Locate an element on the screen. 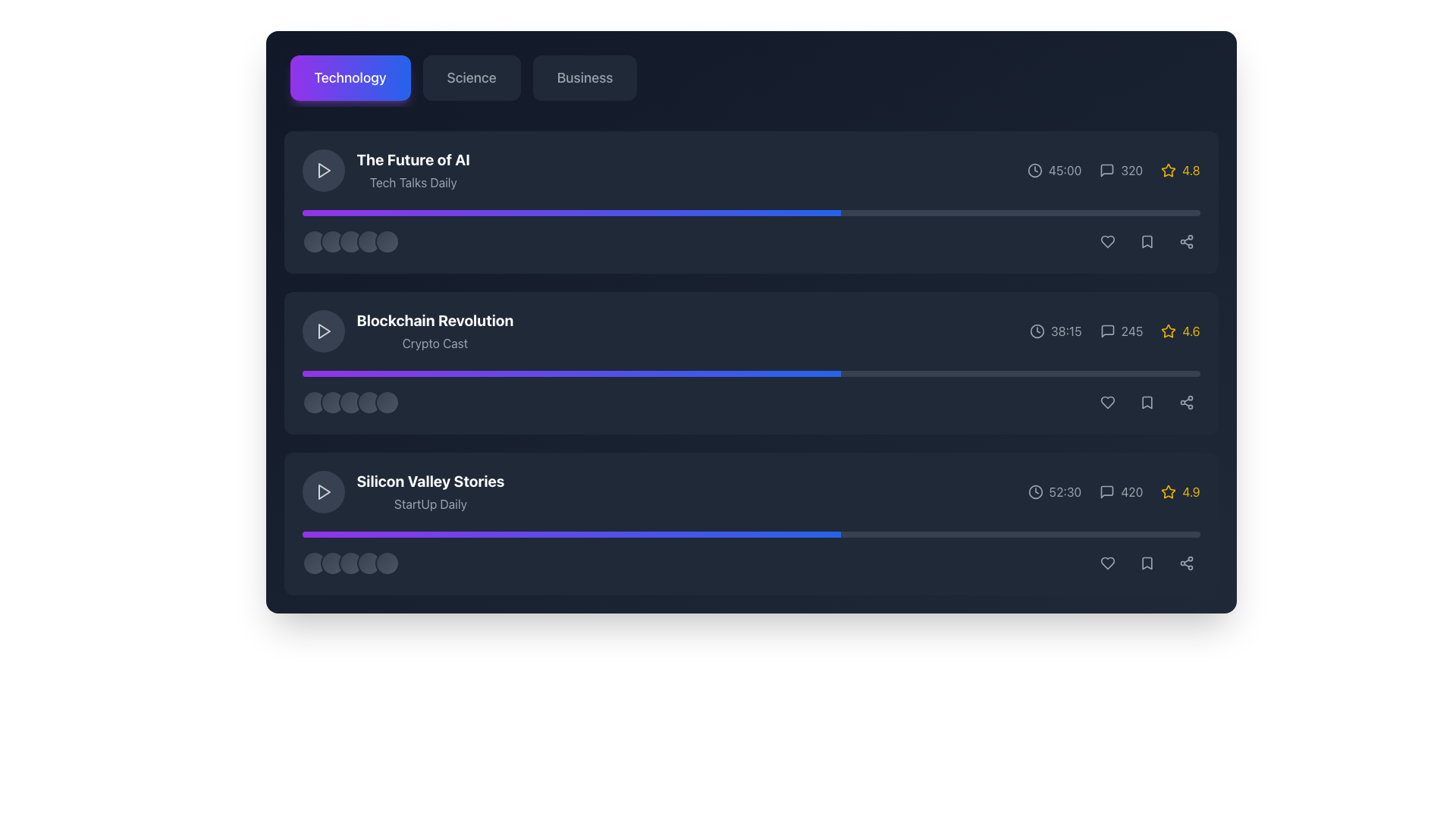  progress is located at coordinates (441, 374).